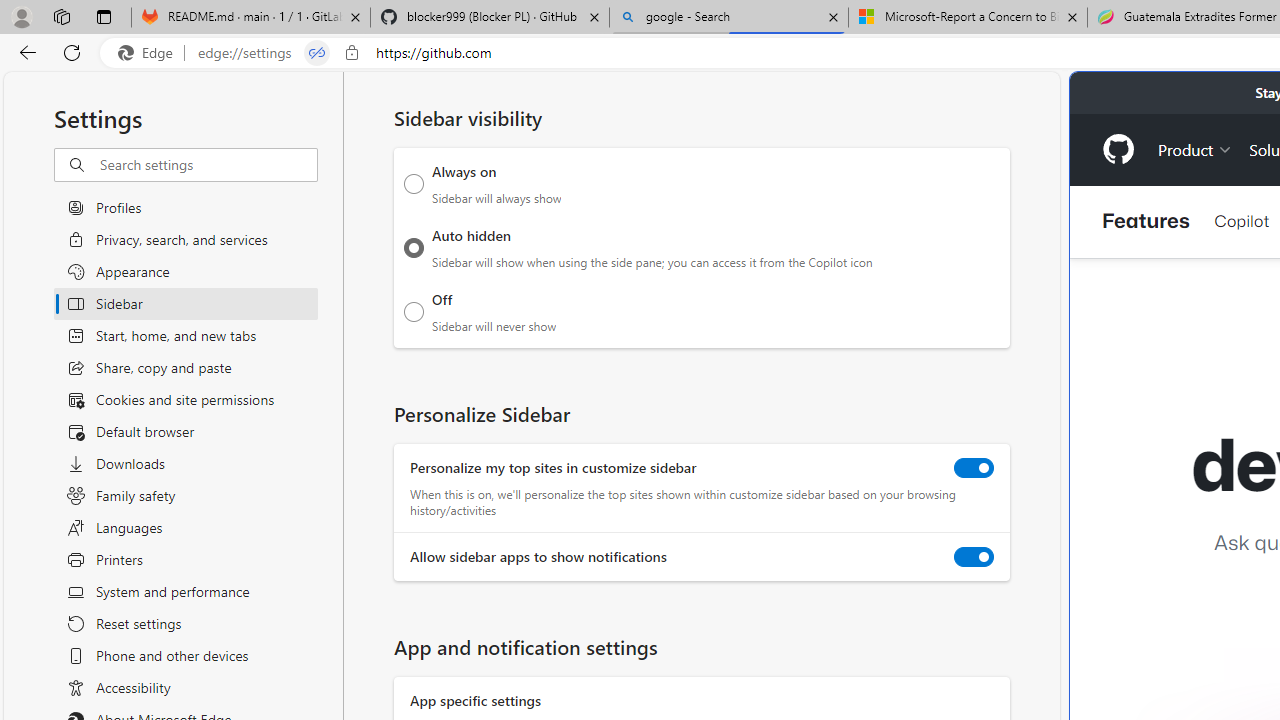 This screenshot has width=1280, height=720. What do you see at coordinates (316, 52) in the screenshot?
I see `'Tabs in split screen'` at bounding box center [316, 52].